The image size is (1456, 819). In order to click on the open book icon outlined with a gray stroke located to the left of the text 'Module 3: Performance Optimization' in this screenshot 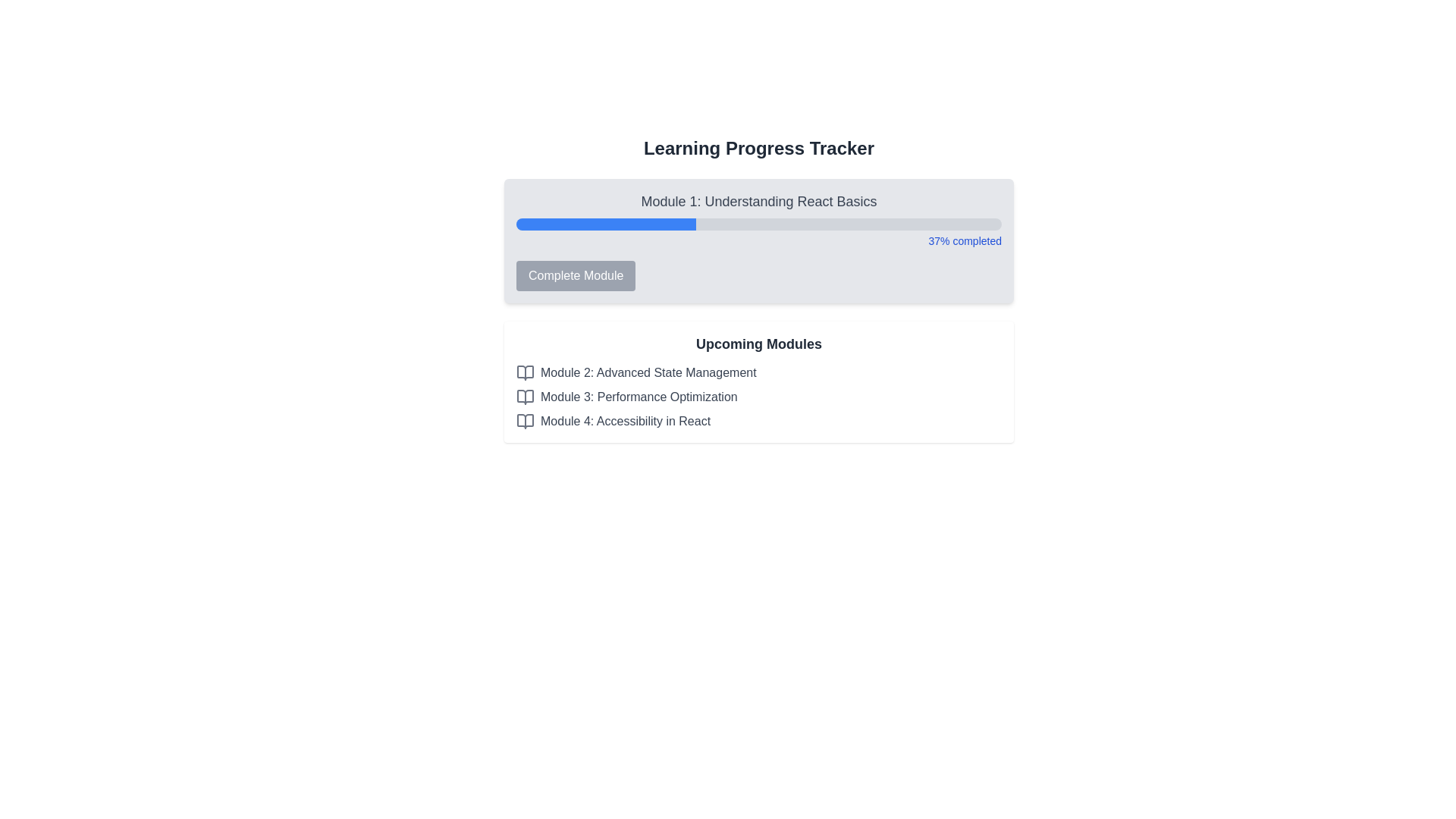, I will do `click(525, 397)`.